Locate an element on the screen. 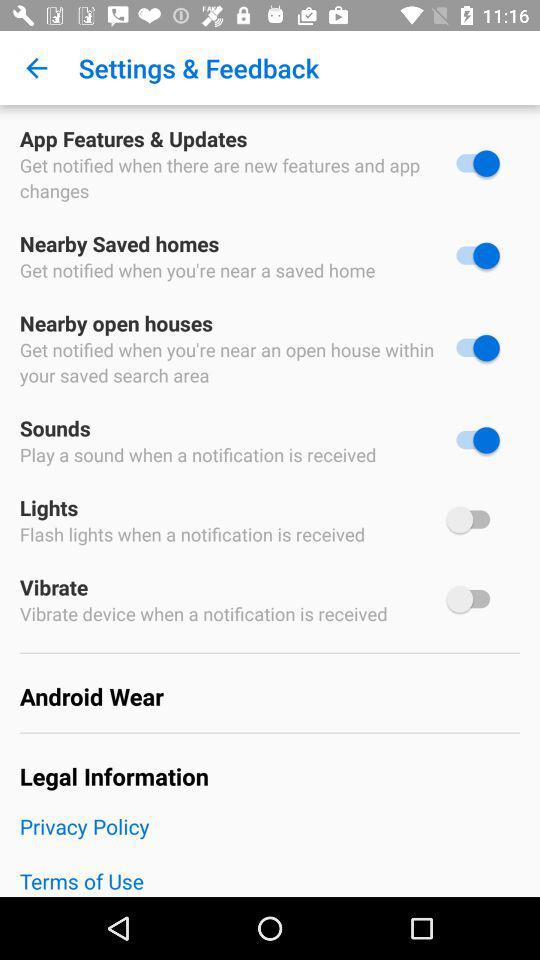 Image resolution: width=540 pixels, height=960 pixels. lights on and off when a notification is received is located at coordinates (472, 518).